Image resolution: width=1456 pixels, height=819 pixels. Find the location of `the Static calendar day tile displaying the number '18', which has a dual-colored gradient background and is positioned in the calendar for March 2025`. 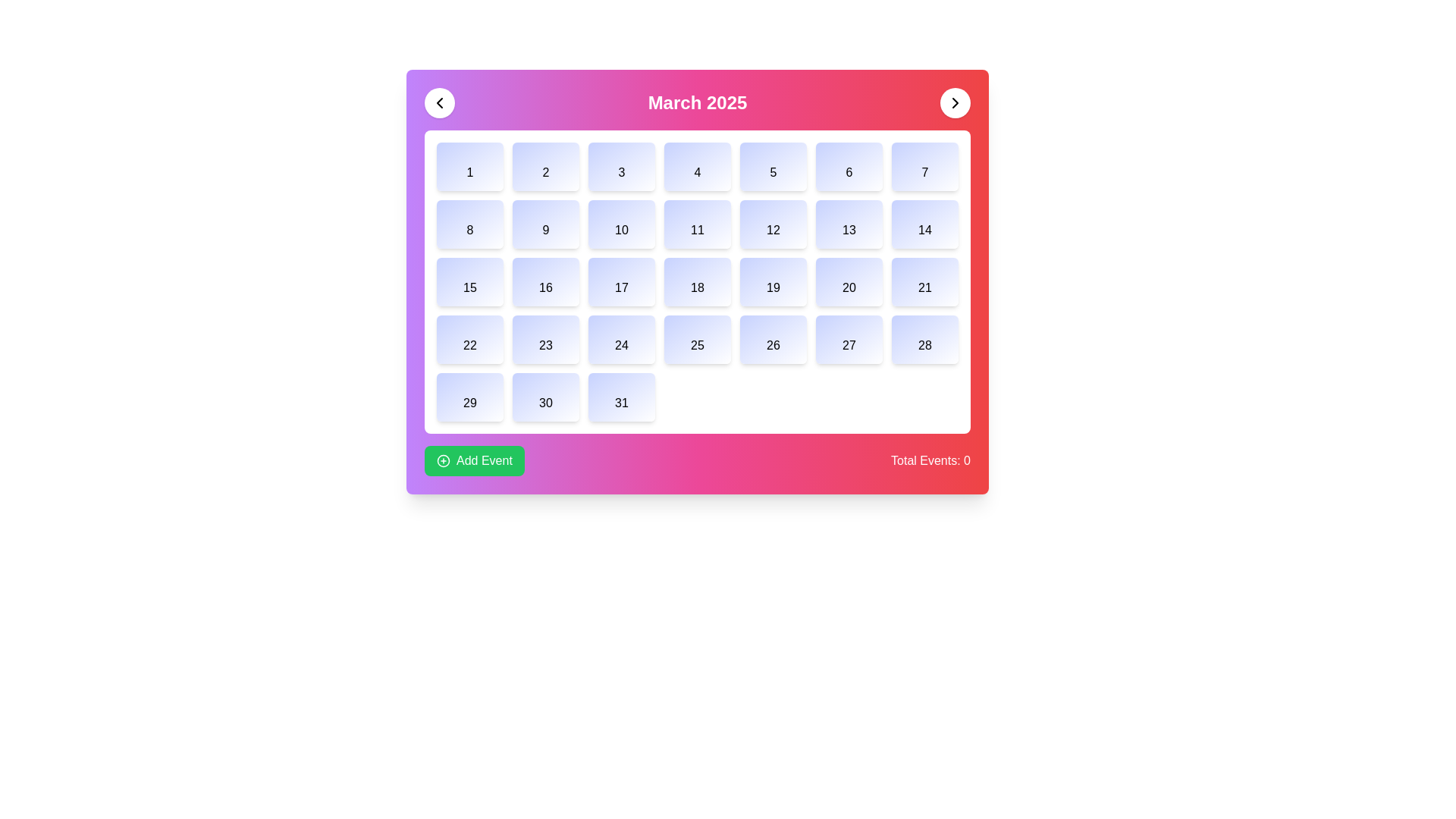

the Static calendar day tile displaying the number '18', which has a dual-colored gradient background and is positioned in the calendar for March 2025 is located at coordinates (697, 281).